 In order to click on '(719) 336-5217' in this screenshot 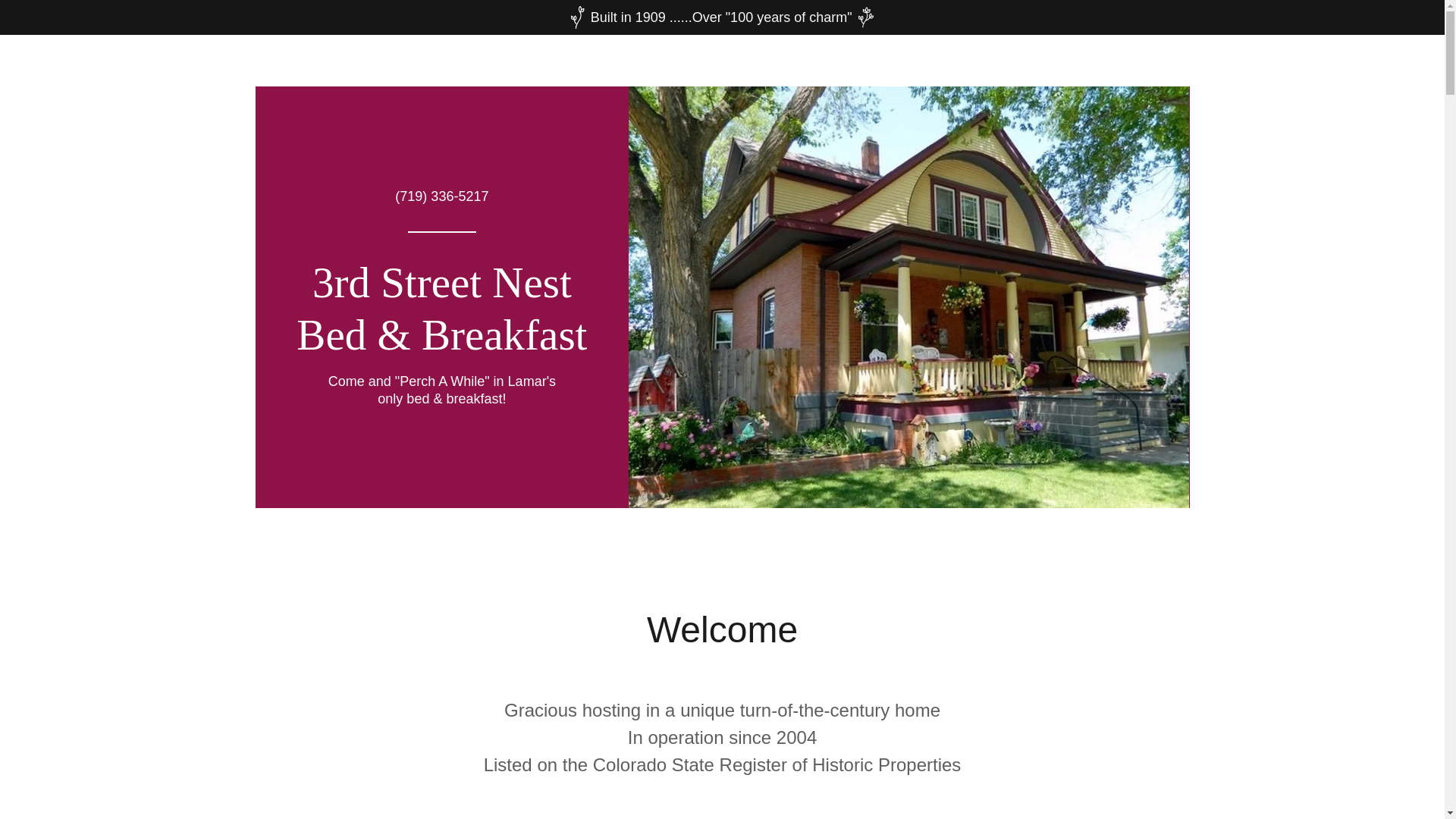, I will do `click(441, 195)`.